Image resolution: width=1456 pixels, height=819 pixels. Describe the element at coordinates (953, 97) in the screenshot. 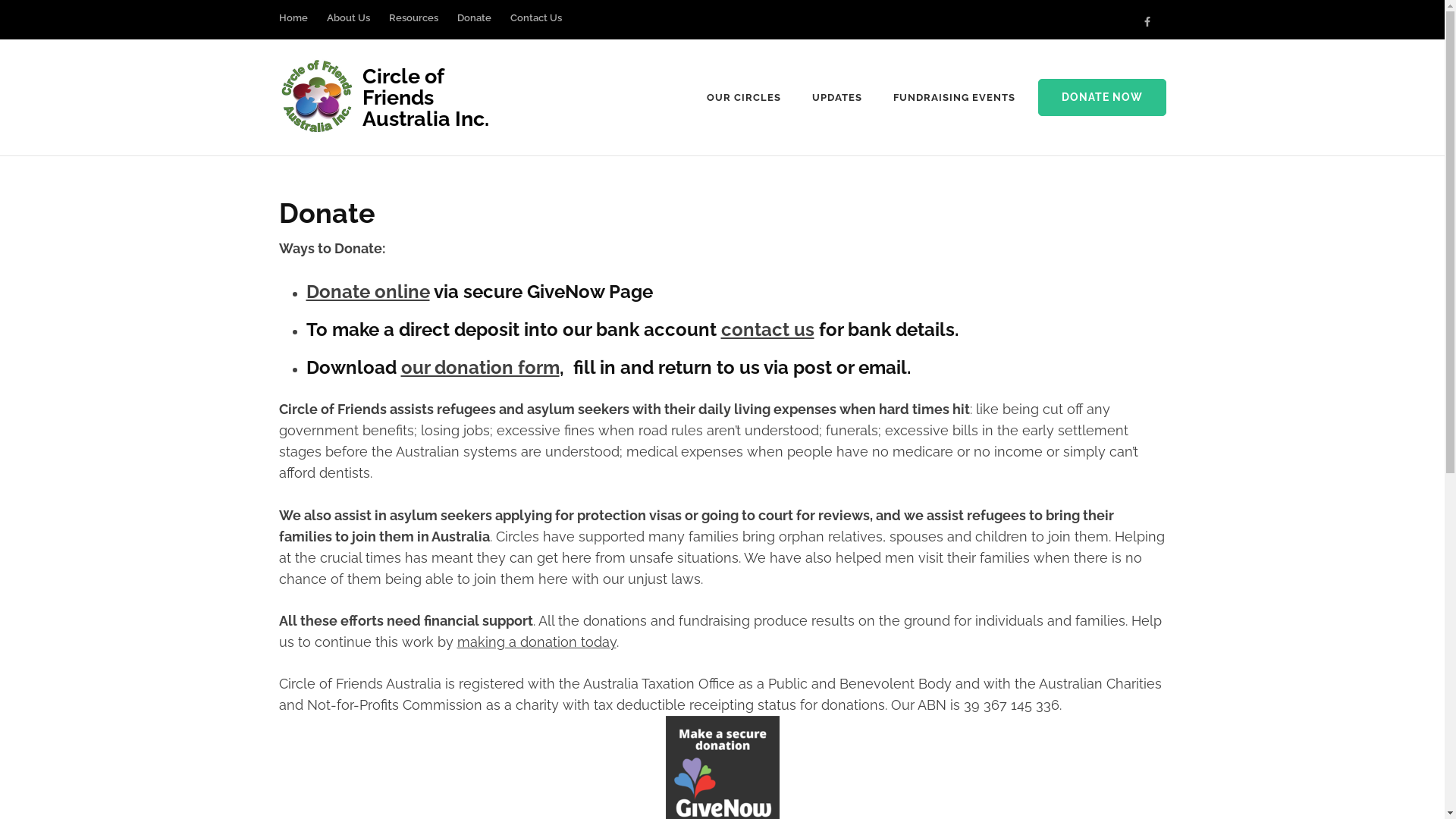

I see `'FUNDRAISING EVENTS'` at that location.